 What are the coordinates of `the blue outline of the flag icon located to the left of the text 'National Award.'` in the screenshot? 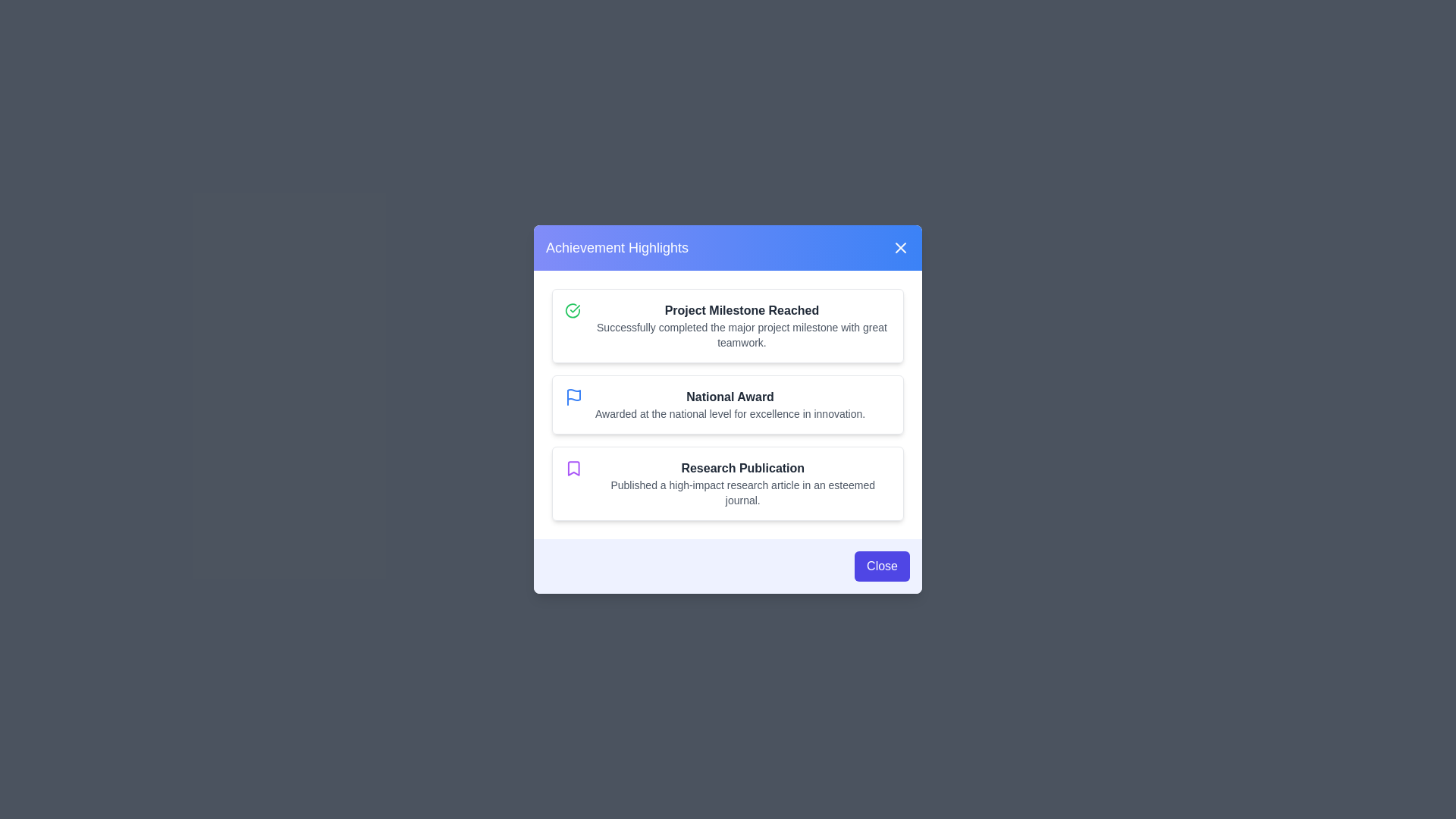 It's located at (573, 397).